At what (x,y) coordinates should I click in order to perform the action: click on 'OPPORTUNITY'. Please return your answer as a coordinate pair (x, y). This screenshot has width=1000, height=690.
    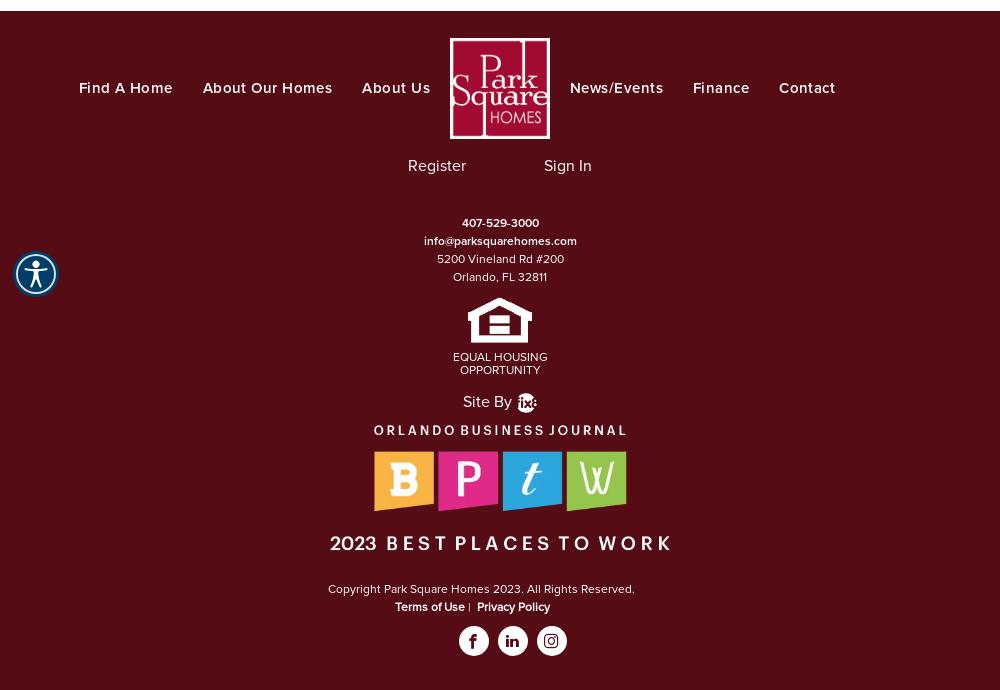
    Looking at the image, I should click on (498, 369).